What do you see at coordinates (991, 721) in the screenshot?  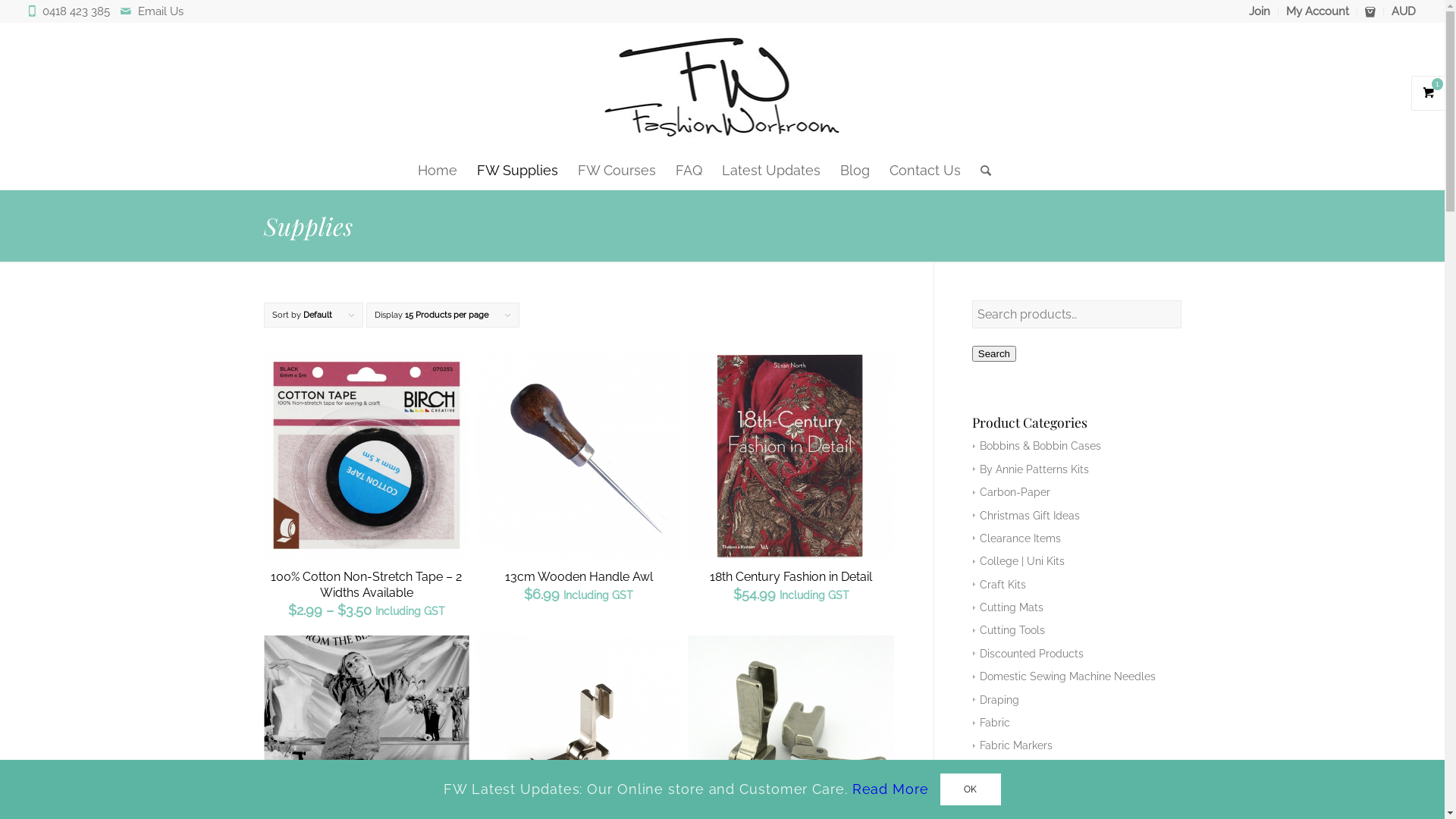 I see `'Fabric'` at bounding box center [991, 721].